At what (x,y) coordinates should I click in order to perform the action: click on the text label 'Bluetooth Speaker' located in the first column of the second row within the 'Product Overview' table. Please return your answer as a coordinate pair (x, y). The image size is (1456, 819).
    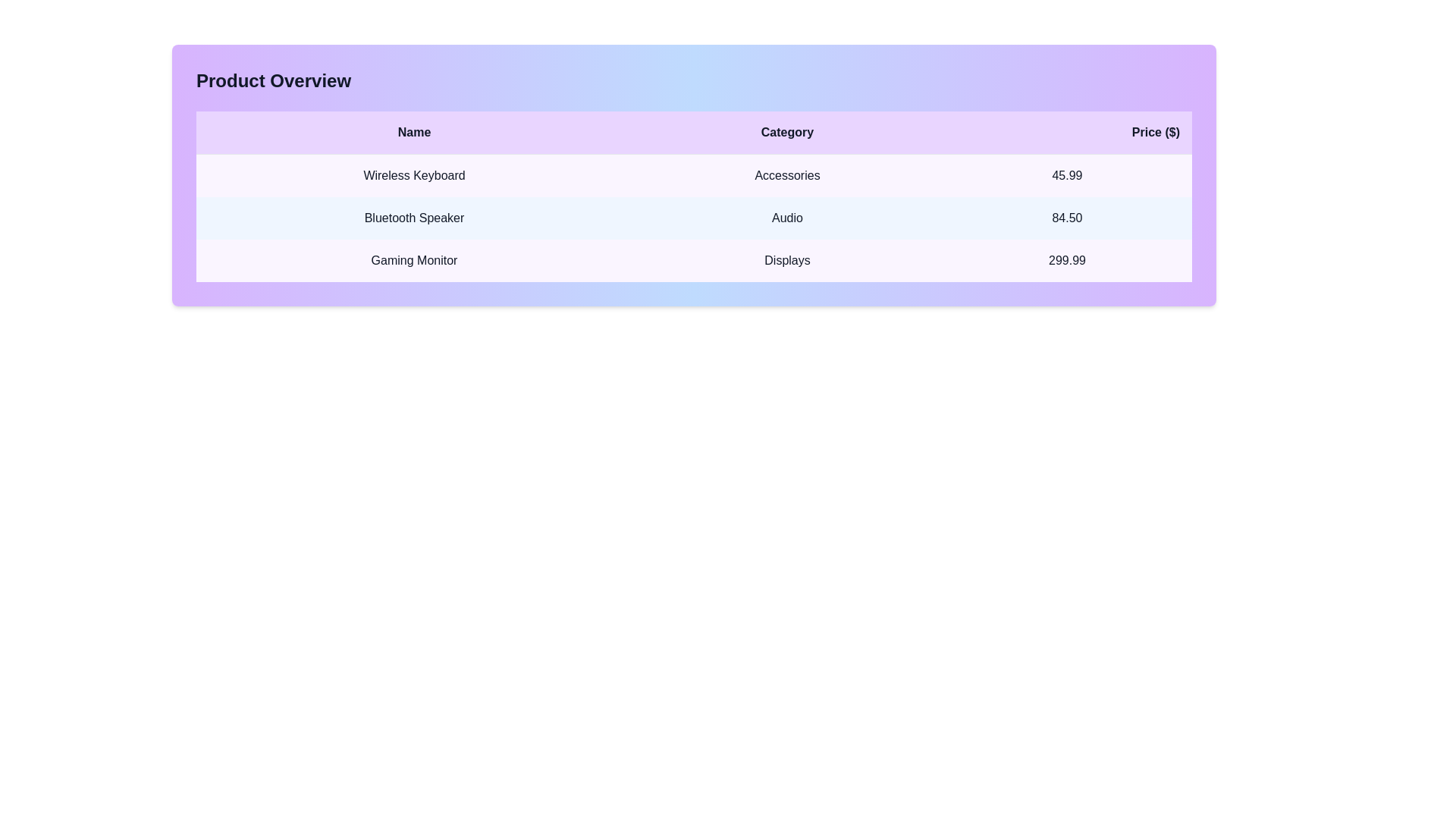
    Looking at the image, I should click on (414, 218).